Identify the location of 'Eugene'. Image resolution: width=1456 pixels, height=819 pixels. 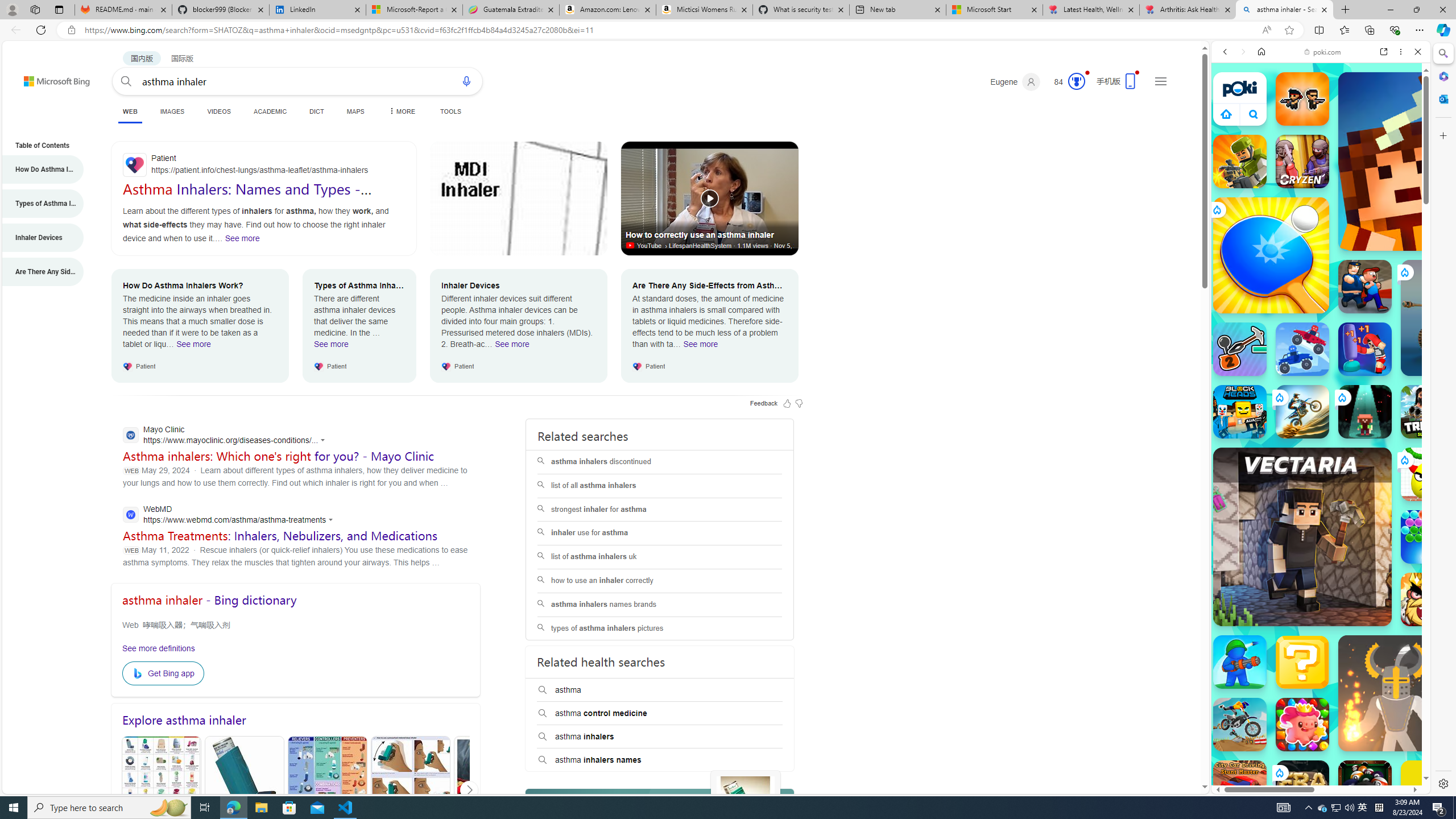
(1015, 81).